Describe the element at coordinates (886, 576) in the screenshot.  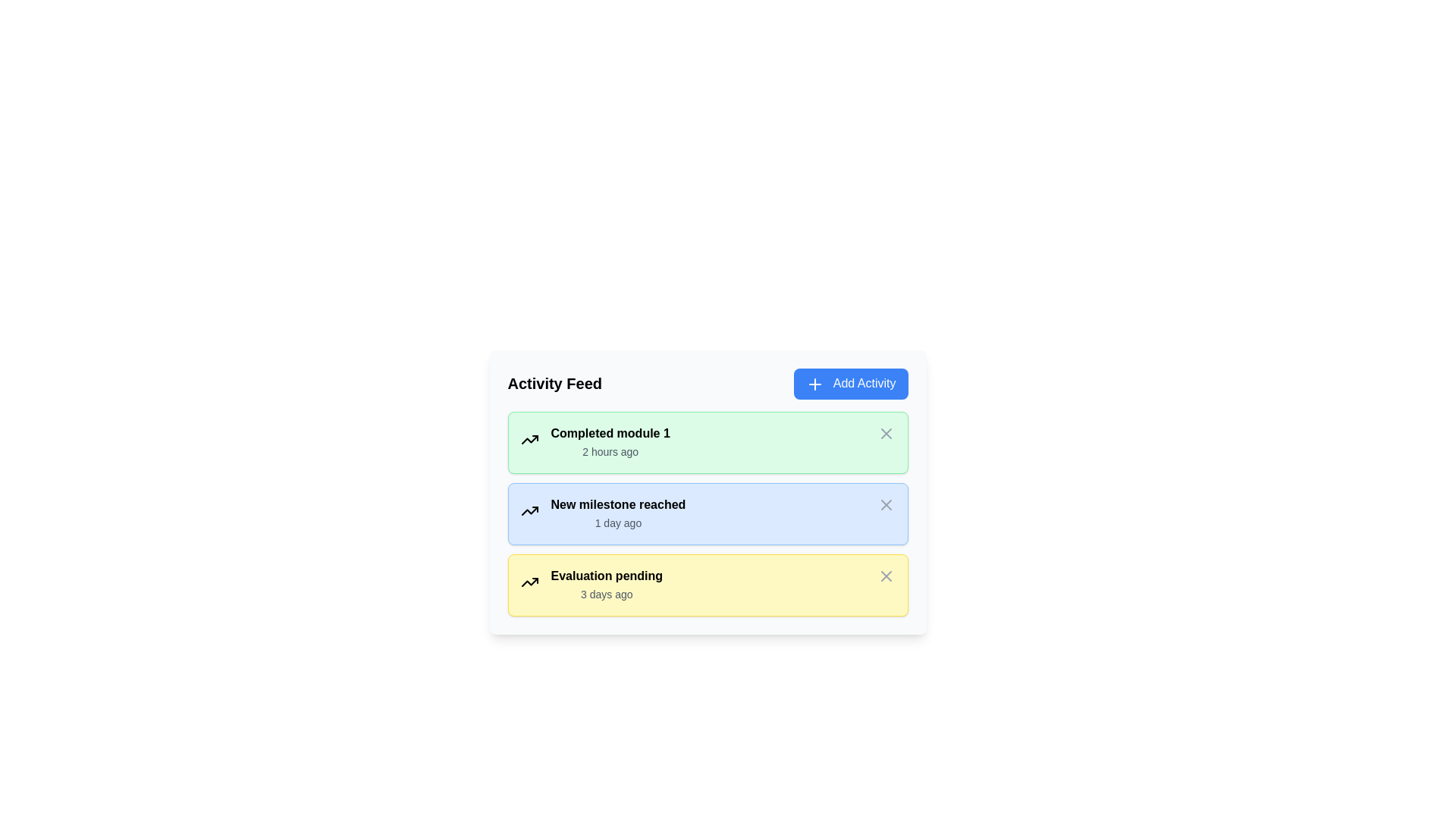
I see `the close button, represented by a gray 'X', located in the top-right corner of the yellow activity card labeled 'Evaluation pending 3 days ago'` at that location.